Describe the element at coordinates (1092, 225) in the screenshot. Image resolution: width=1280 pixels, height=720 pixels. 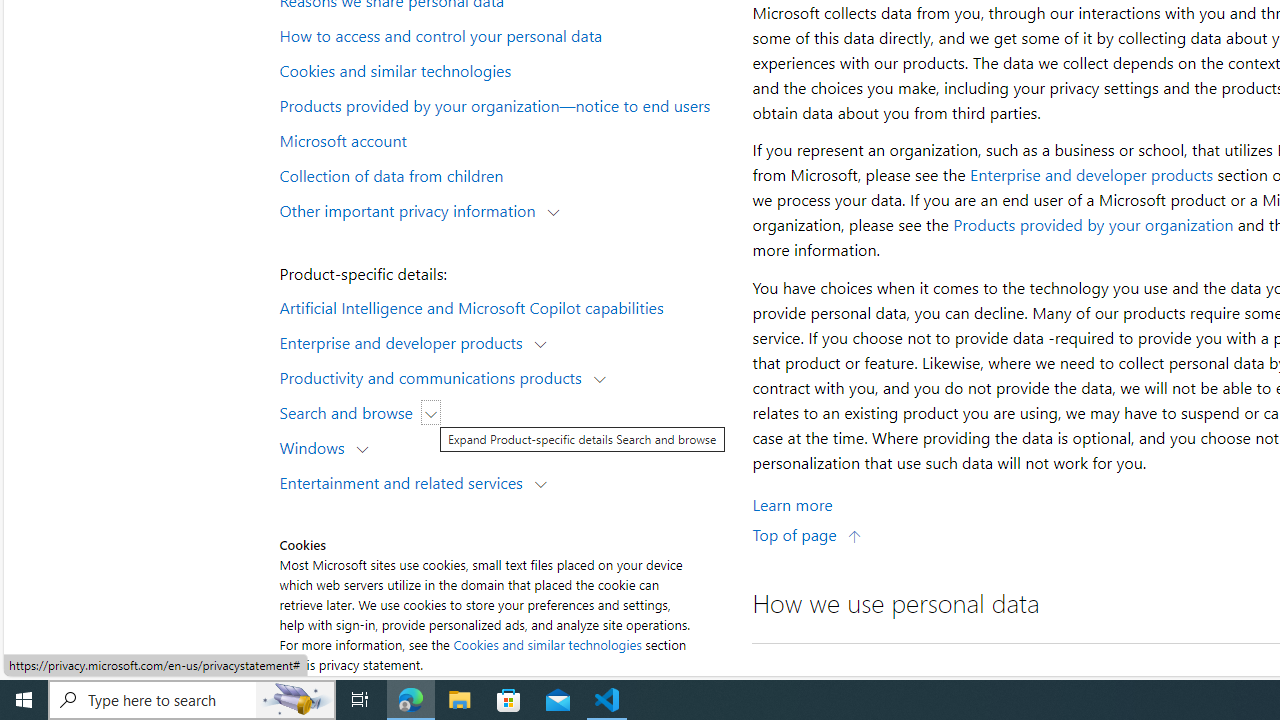
I see `'Products provided by your organization'` at that location.